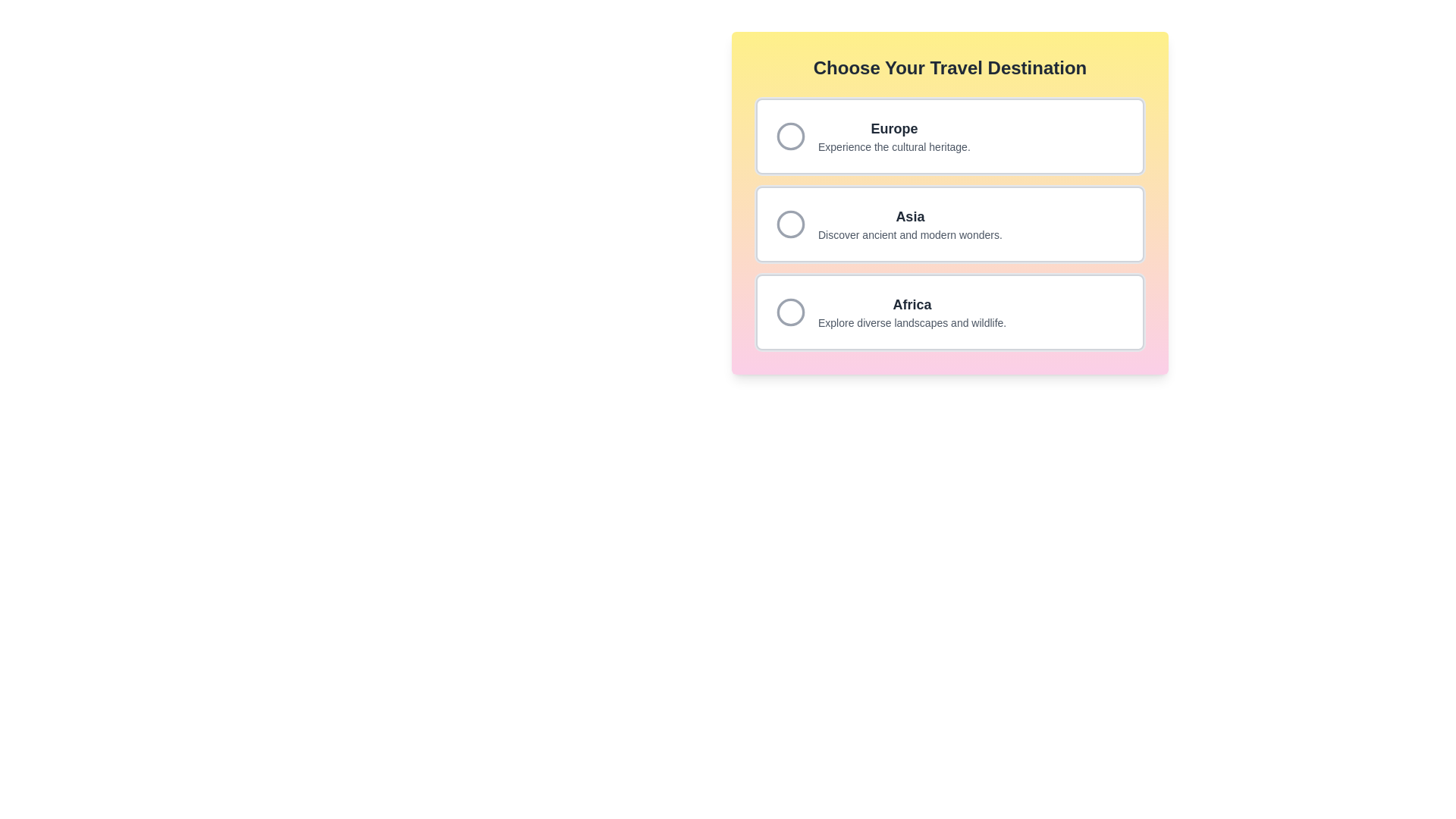 The height and width of the screenshot is (819, 1456). Describe the element at coordinates (894, 146) in the screenshot. I see `the descriptive text that provides information about the 'Europe' travel destination option, located under the bold heading 'Europe' in the first selection box` at that location.